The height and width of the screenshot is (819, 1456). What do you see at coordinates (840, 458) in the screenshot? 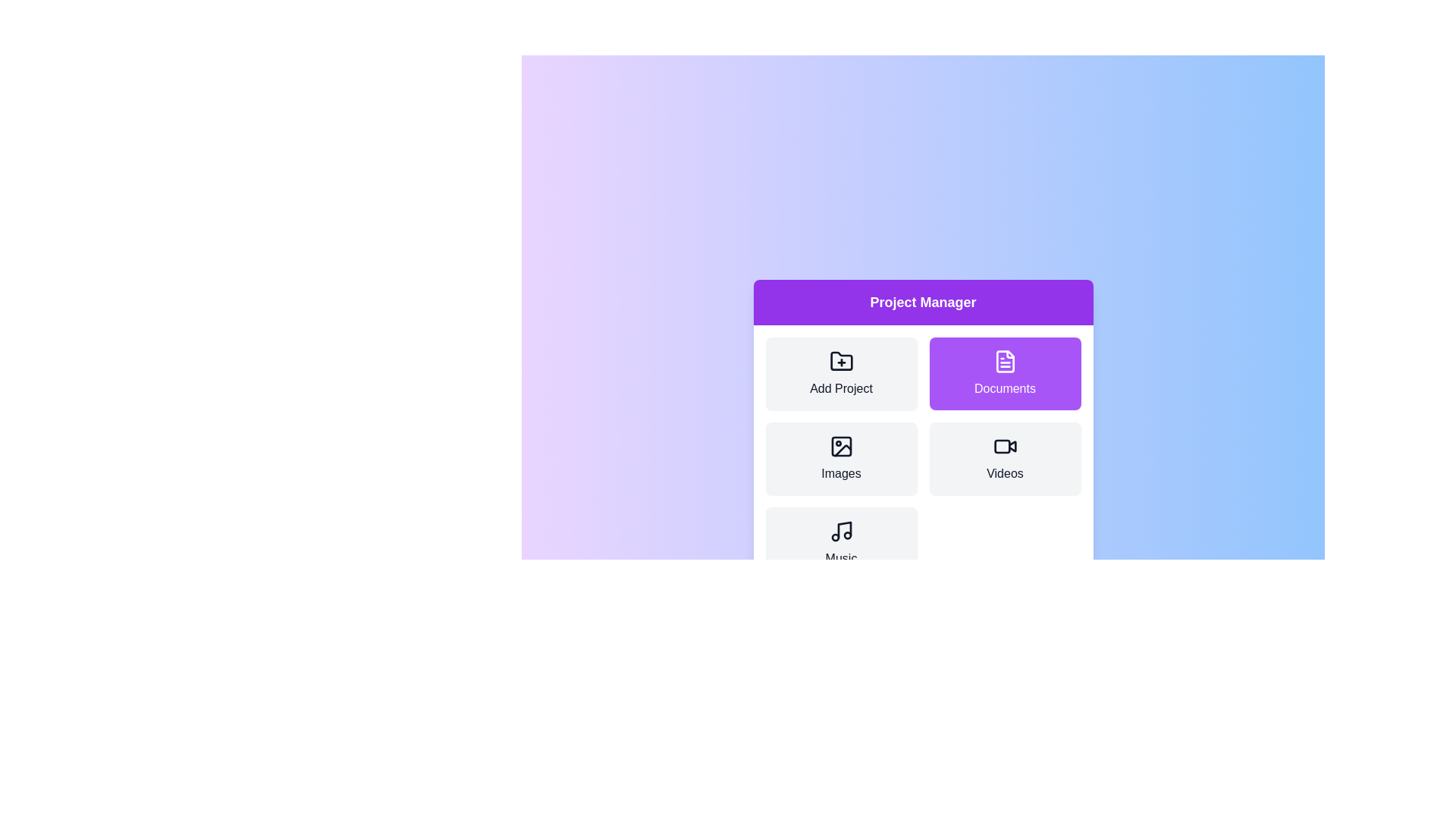
I see `the category Images to inspect the visual feedback` at bounding box center [840, 458].